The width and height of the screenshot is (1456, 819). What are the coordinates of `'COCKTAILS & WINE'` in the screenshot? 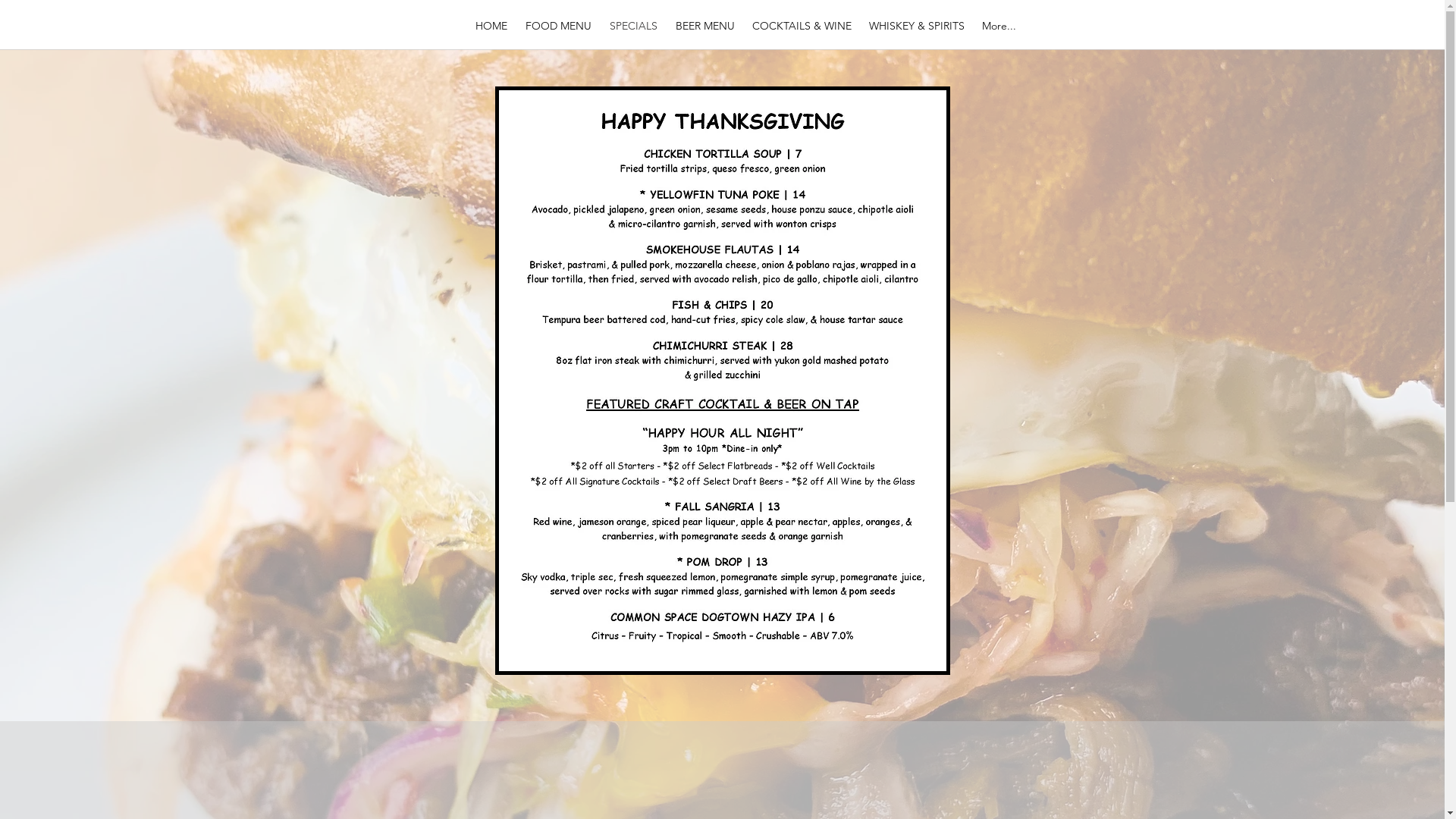 It's located at (800, 25).